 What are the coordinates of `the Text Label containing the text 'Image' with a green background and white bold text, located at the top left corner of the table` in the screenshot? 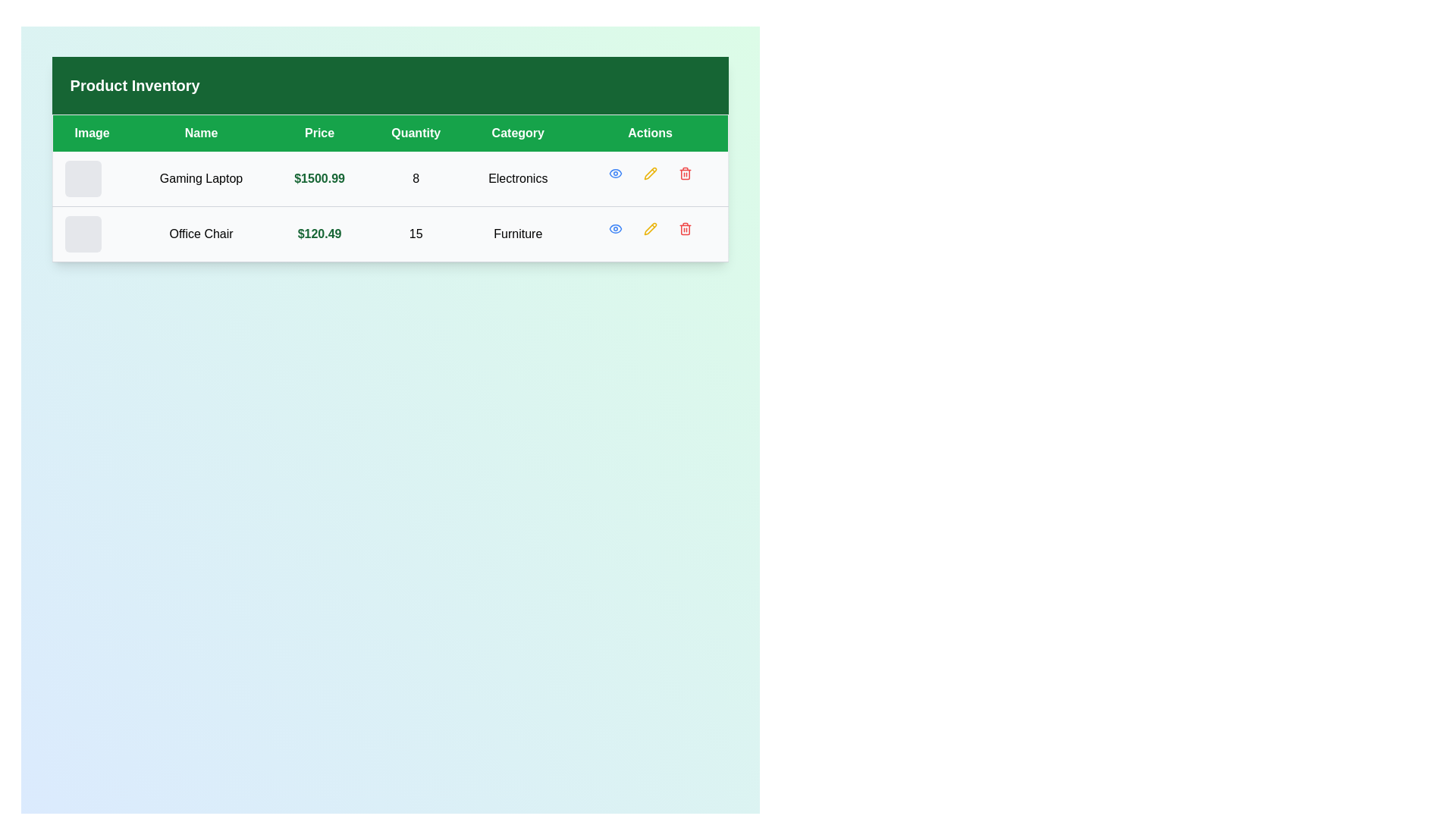 It's located at (91, 132).